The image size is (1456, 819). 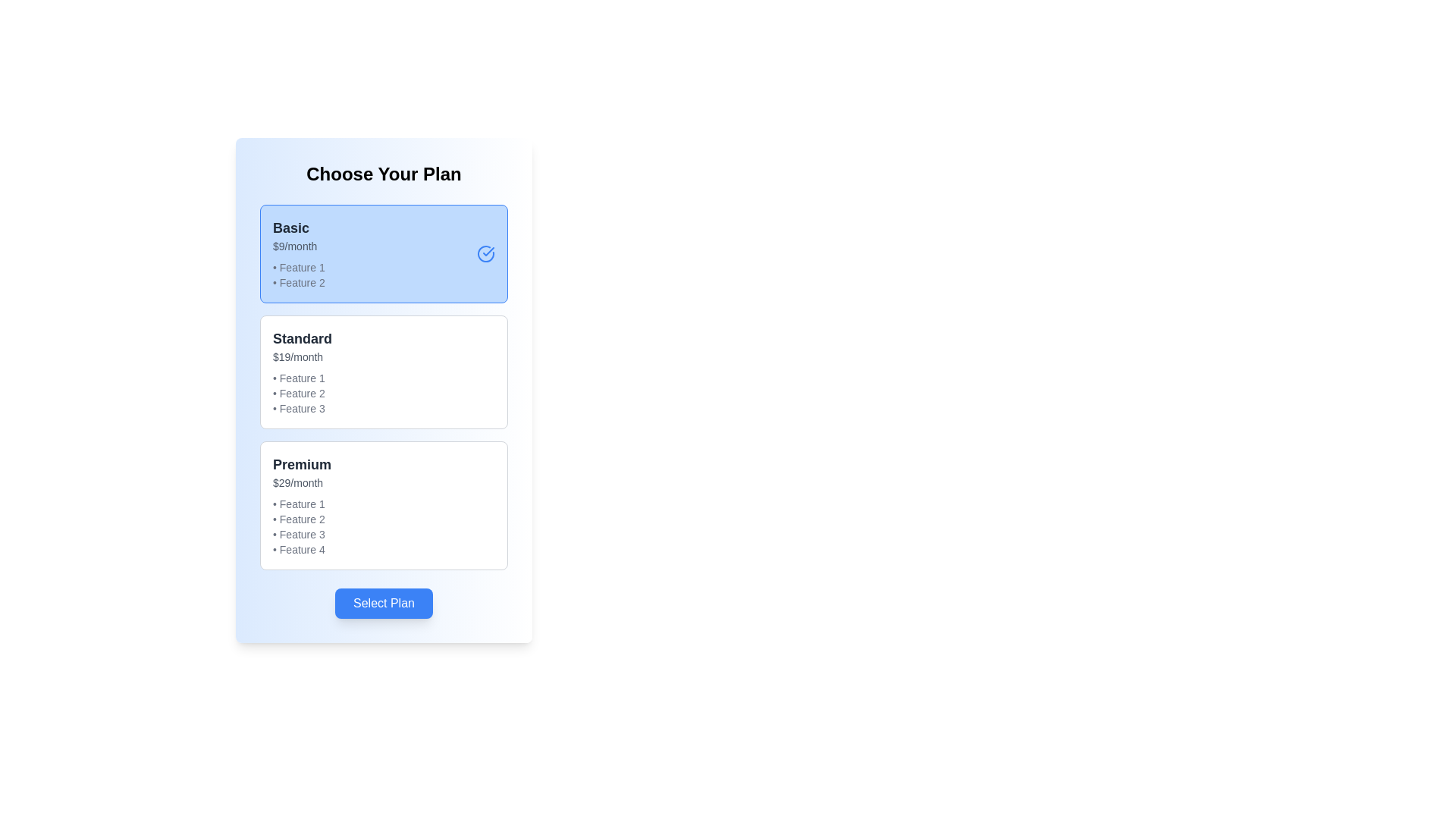 I want to click on the static text displaying the pricing information for the 'Standard' plan, which is positioned directly below the 'Standard' title and above the features list, so click(x=302, y=356).